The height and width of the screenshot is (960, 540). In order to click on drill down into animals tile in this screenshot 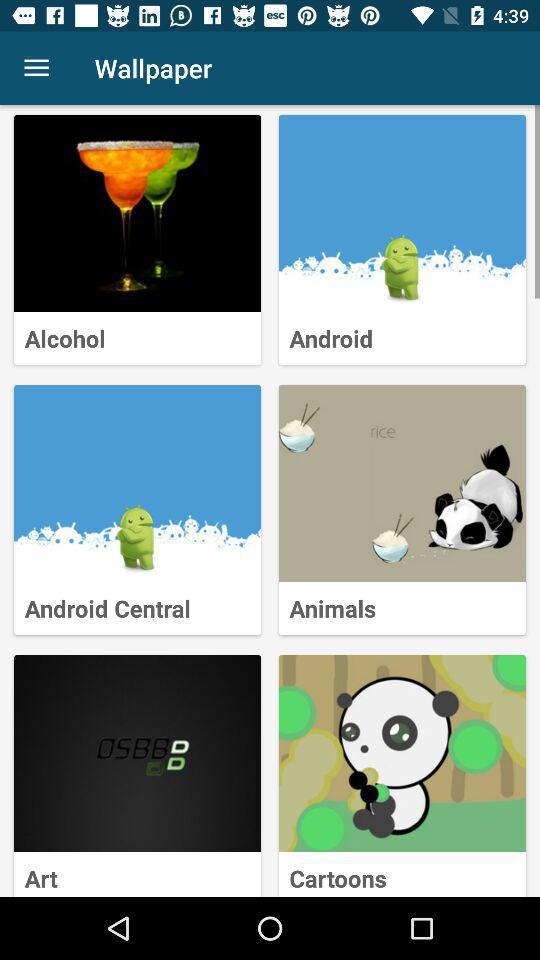, I will do `click(402, 482)`.